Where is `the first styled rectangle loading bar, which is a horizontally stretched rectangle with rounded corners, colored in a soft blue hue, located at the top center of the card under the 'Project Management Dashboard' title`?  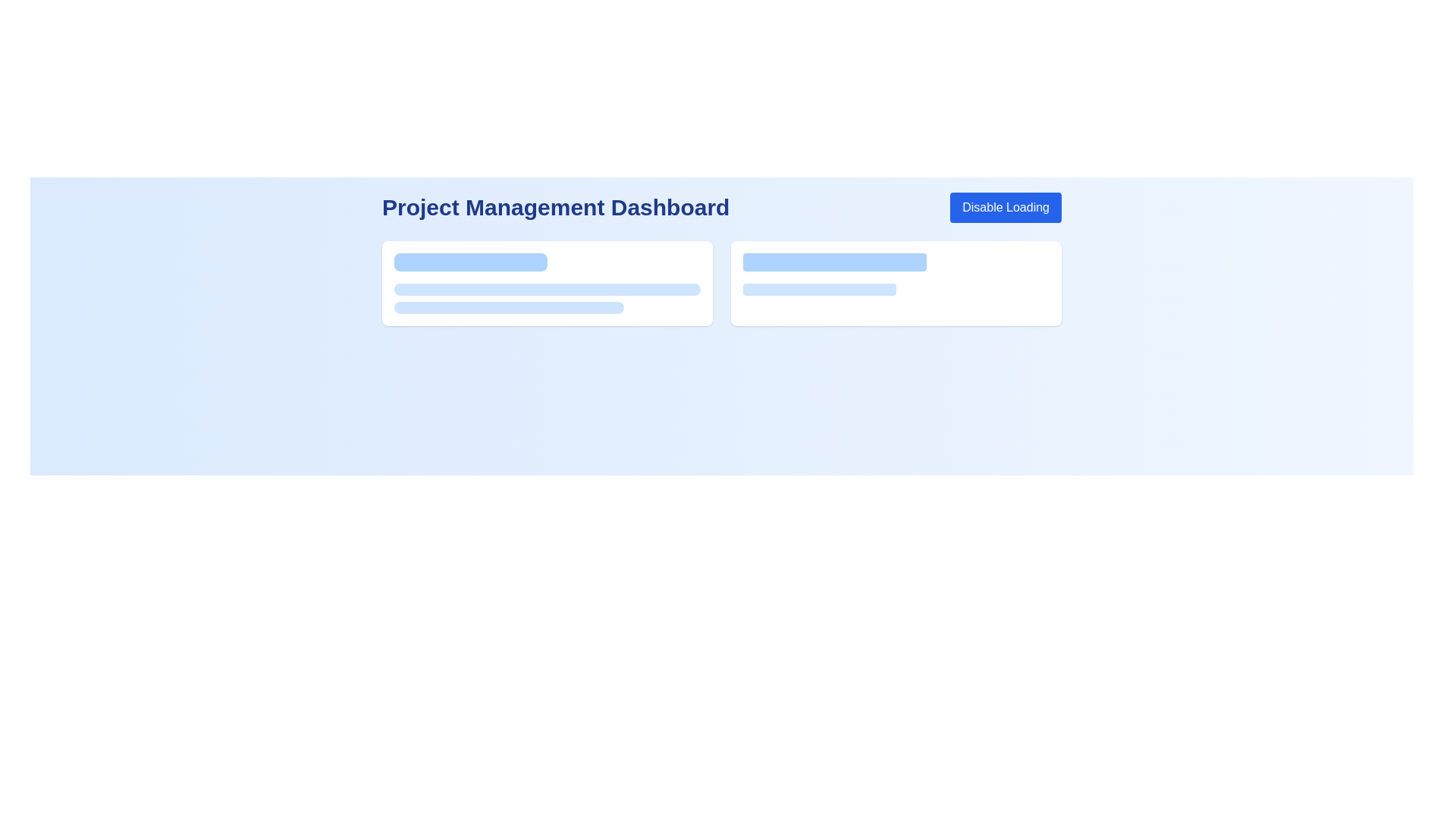
the first styled rectangle loading bar, which is a horizontally stretched rectangle with rounded corners, colored in a soft blue hue, located at the top center of the card under the 'Project Management Dashboard' title is located at coordinates (469, 262).